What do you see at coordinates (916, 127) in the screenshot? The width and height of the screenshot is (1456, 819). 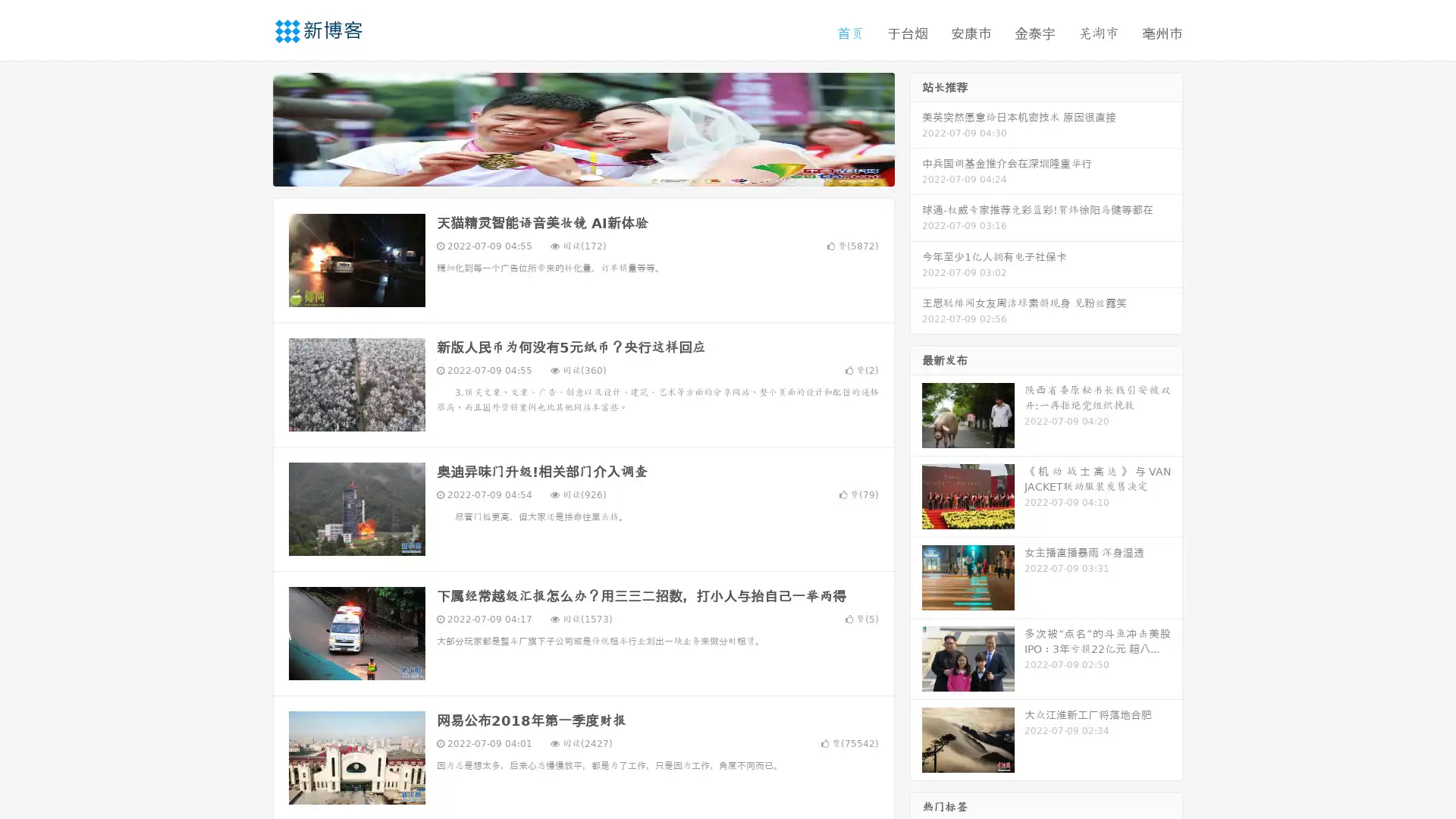 I see `Next slide` at bounding box center [916, 127].